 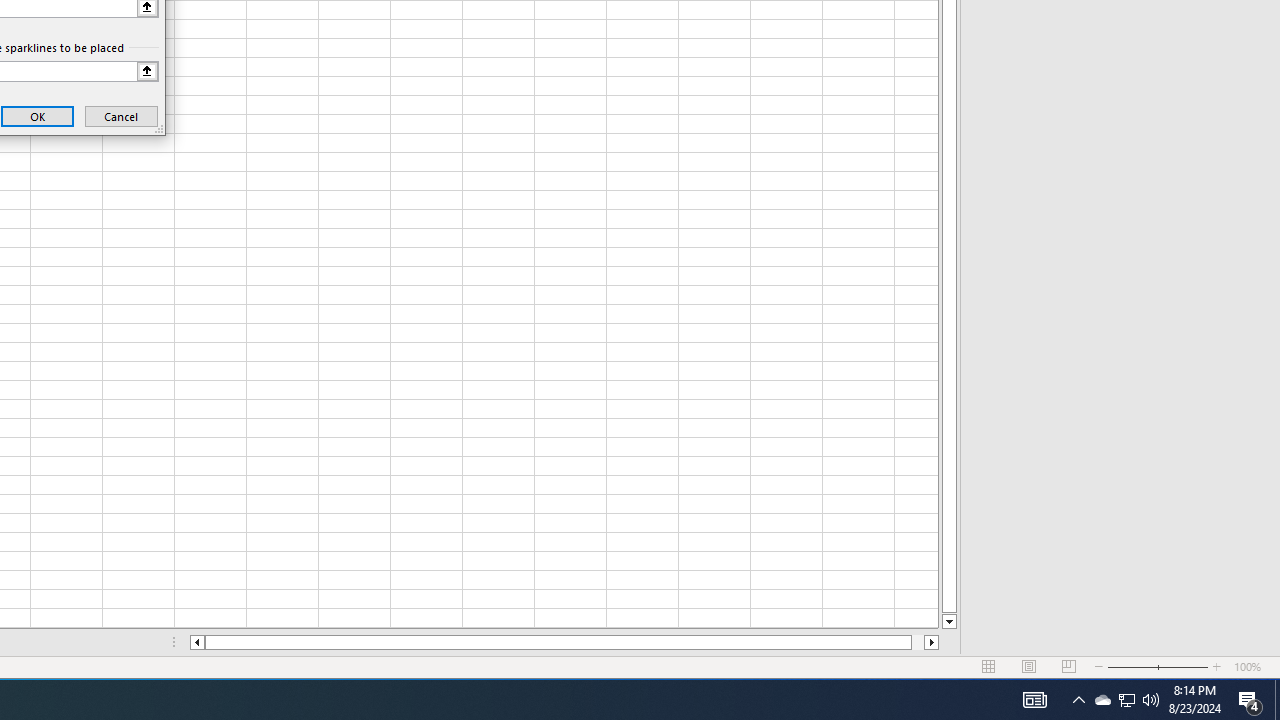 I want to click on 'Cancel', so click(x=120, y=116).